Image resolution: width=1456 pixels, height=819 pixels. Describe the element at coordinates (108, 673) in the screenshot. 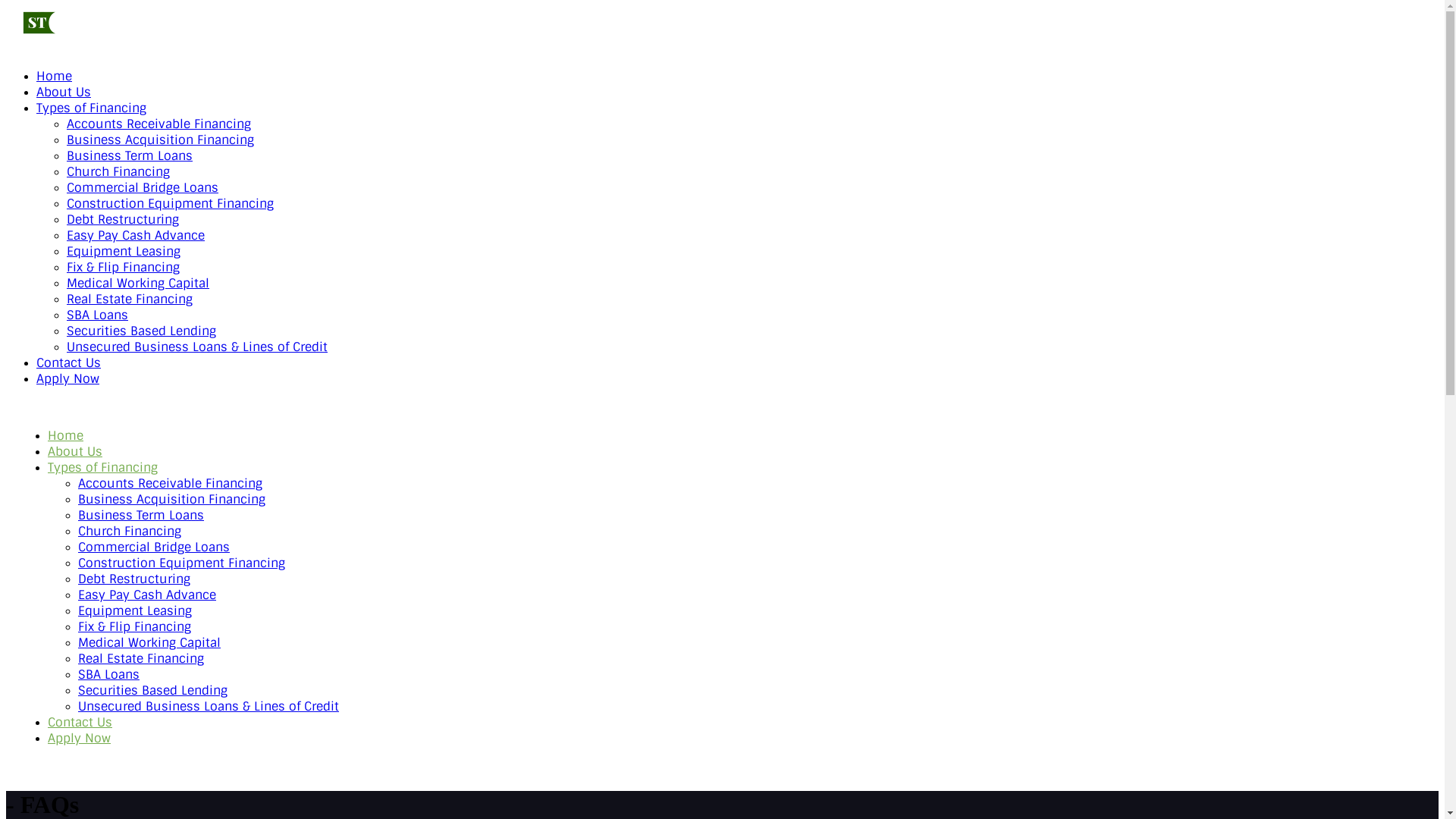

I see `'SBA Loans'` at that location.